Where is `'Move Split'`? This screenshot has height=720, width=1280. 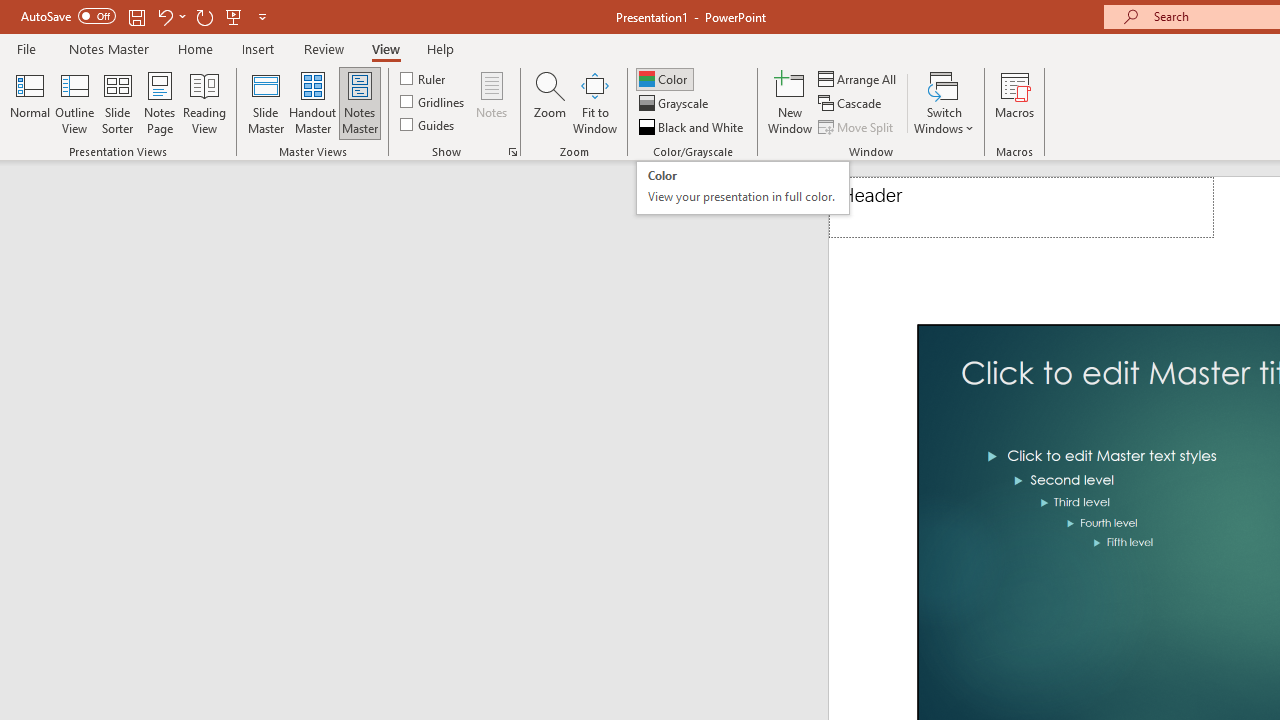
'Move Split' is located at coordinates (857, 127).